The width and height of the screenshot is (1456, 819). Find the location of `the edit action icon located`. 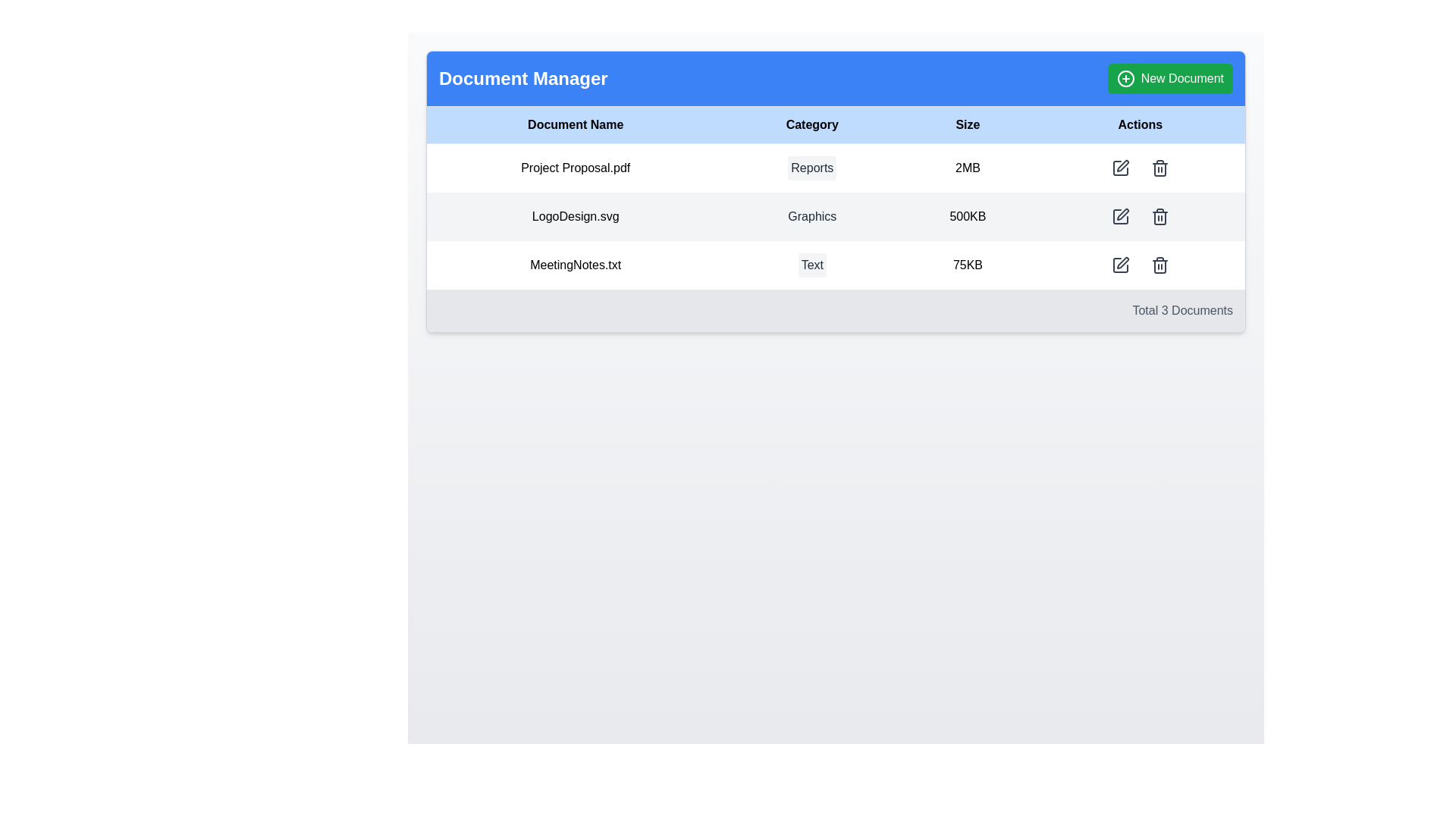

the edit action icon located is located at coordinates (1120, 265).